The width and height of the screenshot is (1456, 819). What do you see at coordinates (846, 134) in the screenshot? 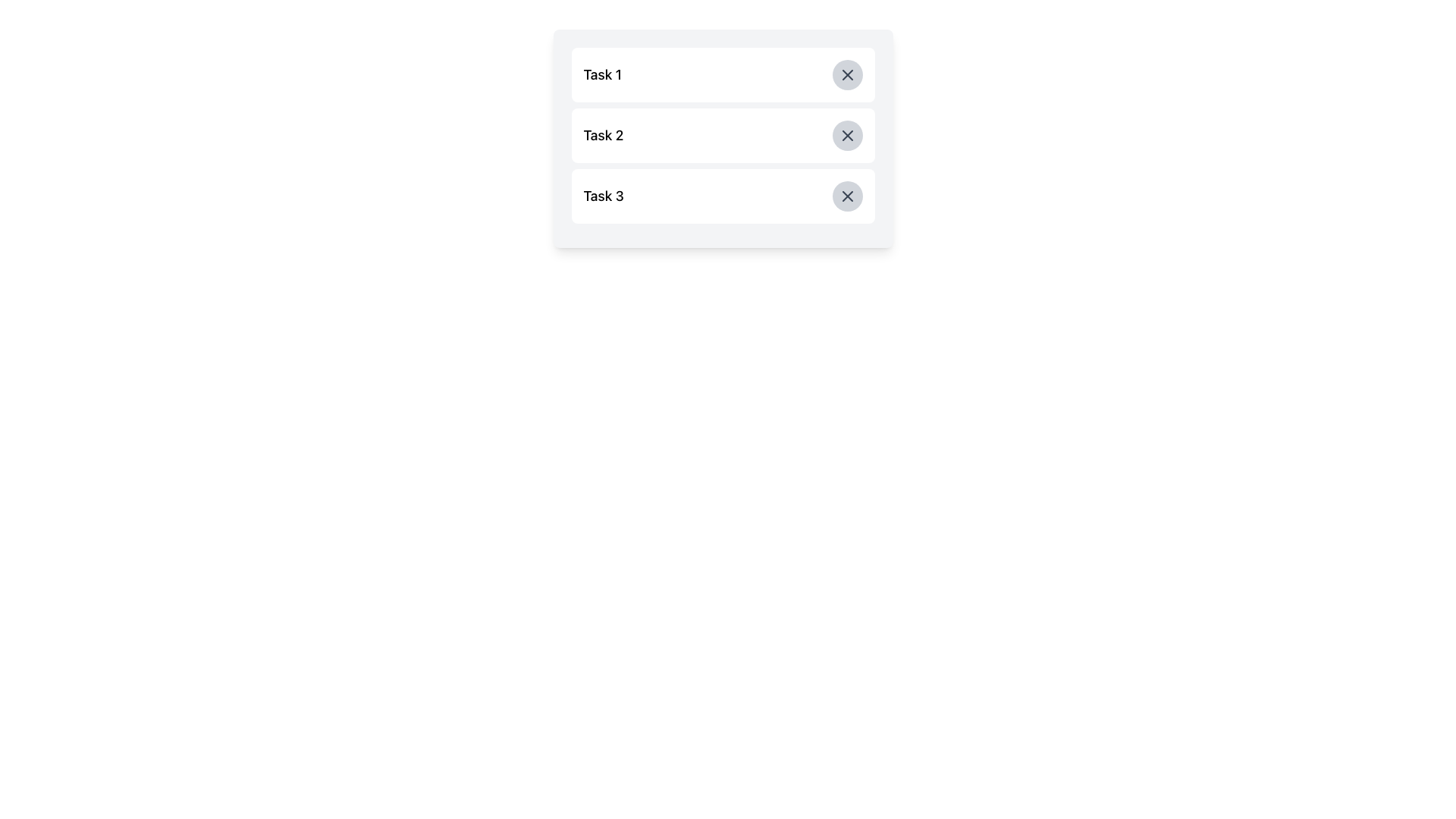
I see `the close button icon next to the 'Task 2' list item` at bounding box center [846, 134].